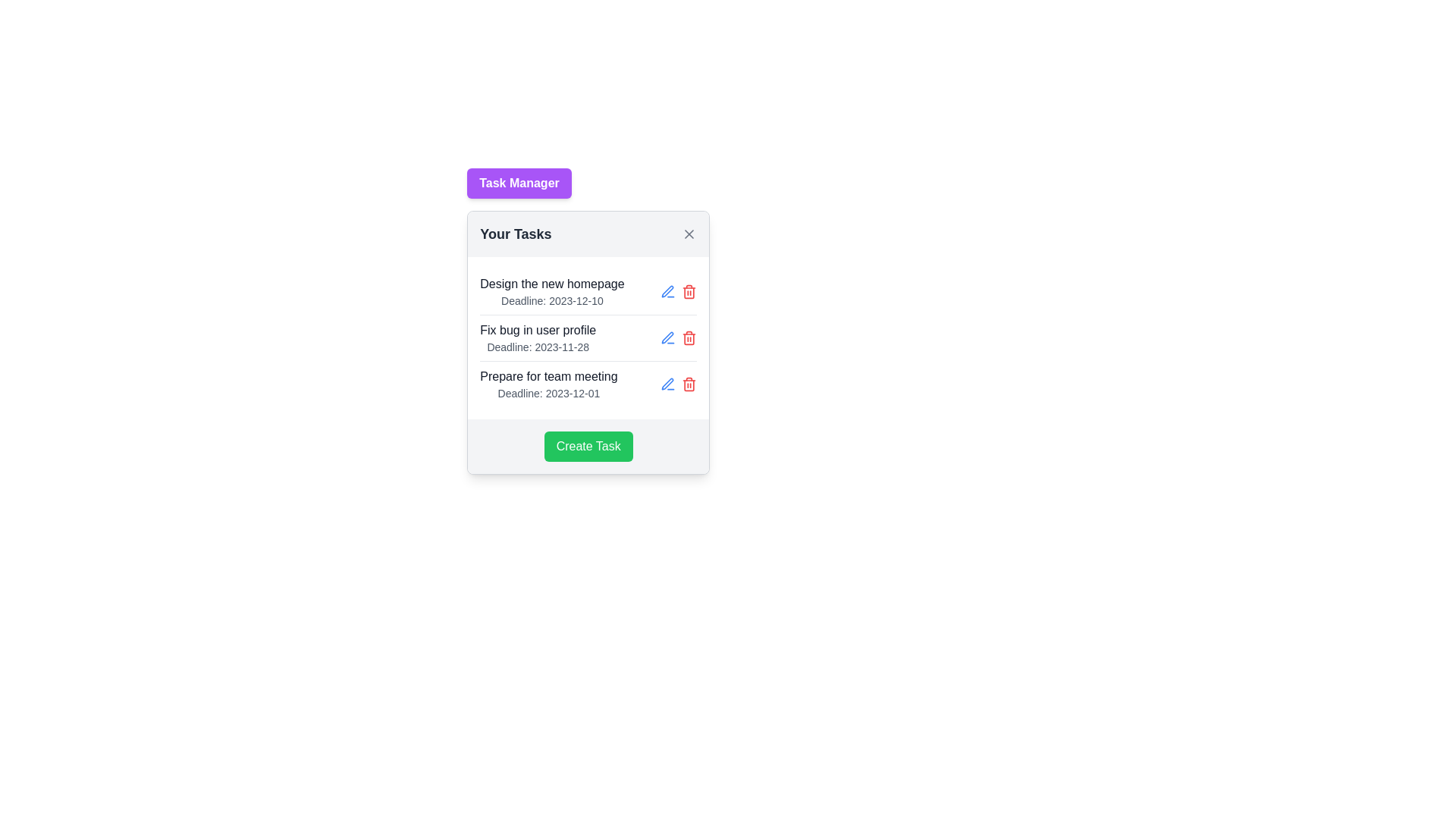 The image size is (1456, 819). What do you see at coordinates (667, 337) in the screenshot?
I see `the pen icon located to the right of the 'Fix bug in user profile' task entry to initiate editing` at bounding box center [667, 337].